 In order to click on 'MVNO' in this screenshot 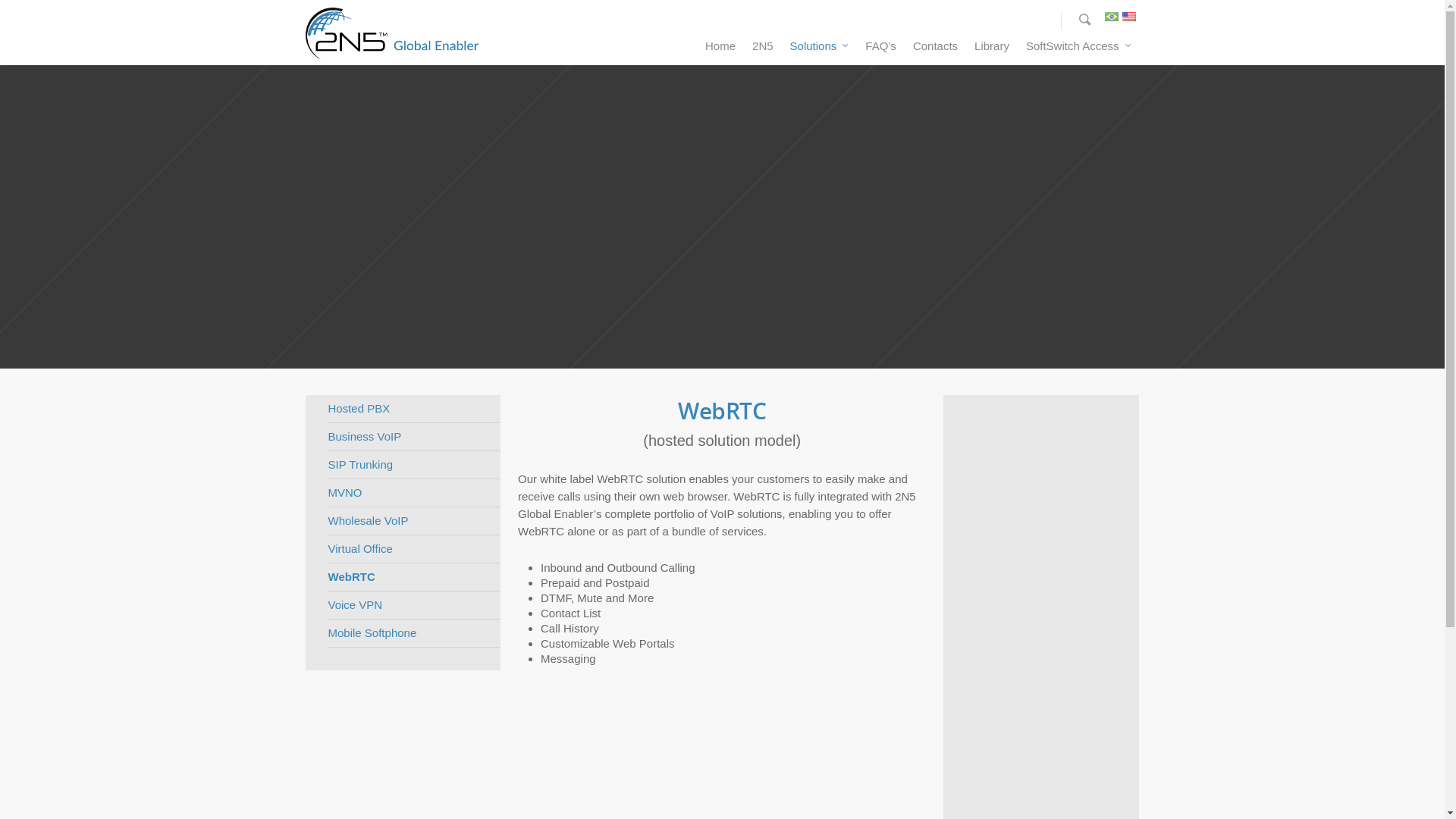, I will do `click(413, 493)`.